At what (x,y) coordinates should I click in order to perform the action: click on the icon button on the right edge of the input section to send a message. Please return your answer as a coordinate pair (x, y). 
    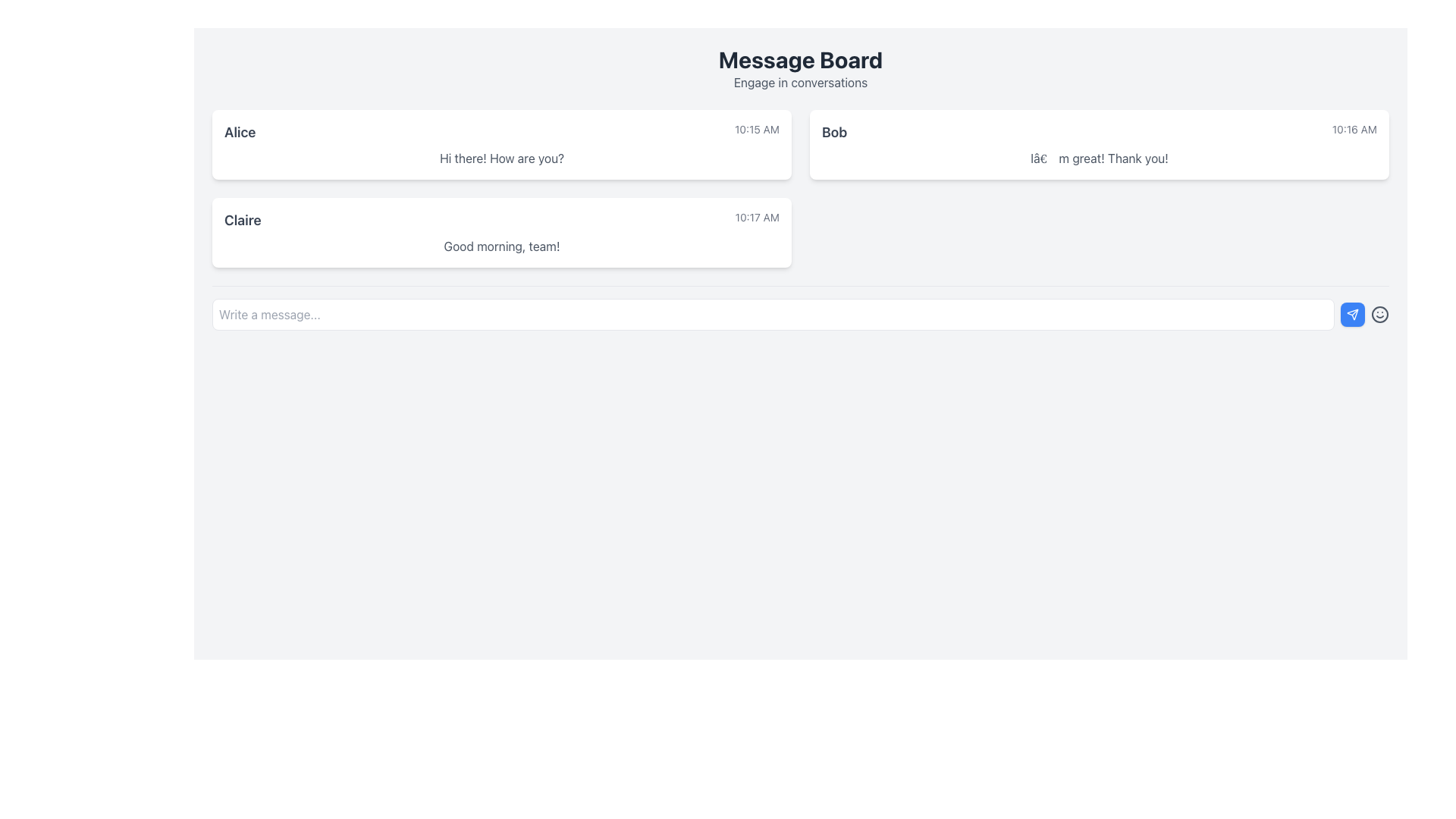
    Looking at the image, I should click on (1353, 314).